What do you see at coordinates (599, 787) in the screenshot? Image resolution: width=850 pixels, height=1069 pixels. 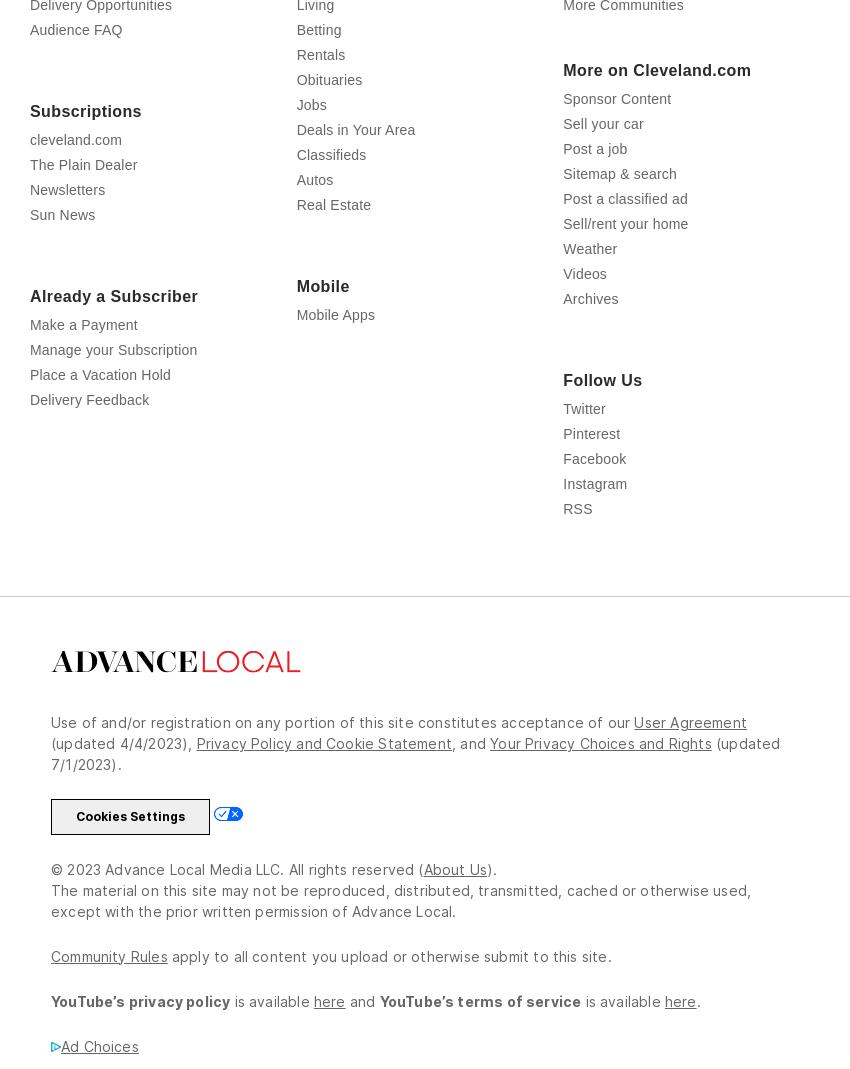 I see `'Your Privacy Choices and Rights'` at bounding box center [599, 787].